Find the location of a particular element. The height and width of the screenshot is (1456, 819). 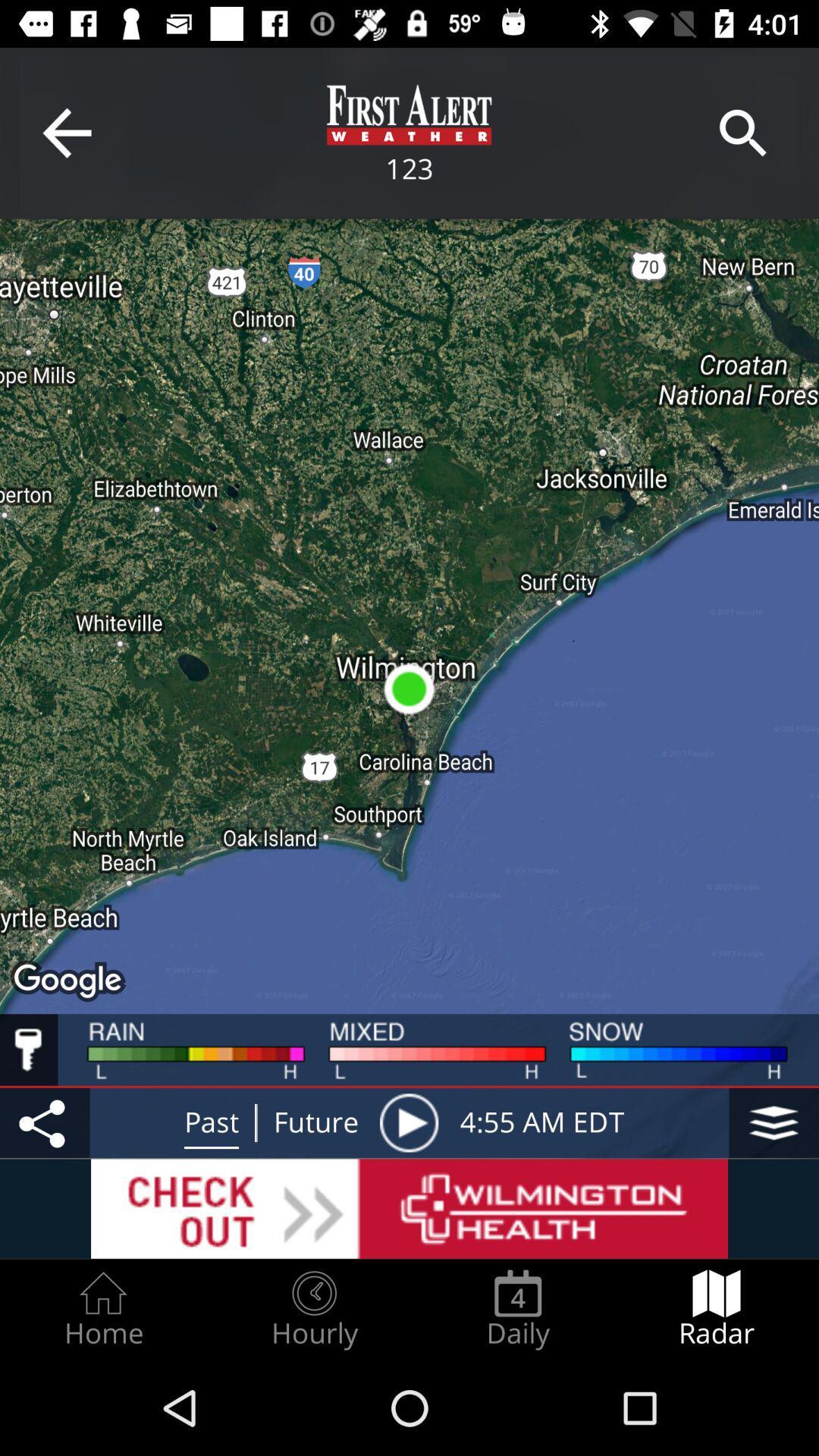

the layers icon is located at coordinates (773, 1122).